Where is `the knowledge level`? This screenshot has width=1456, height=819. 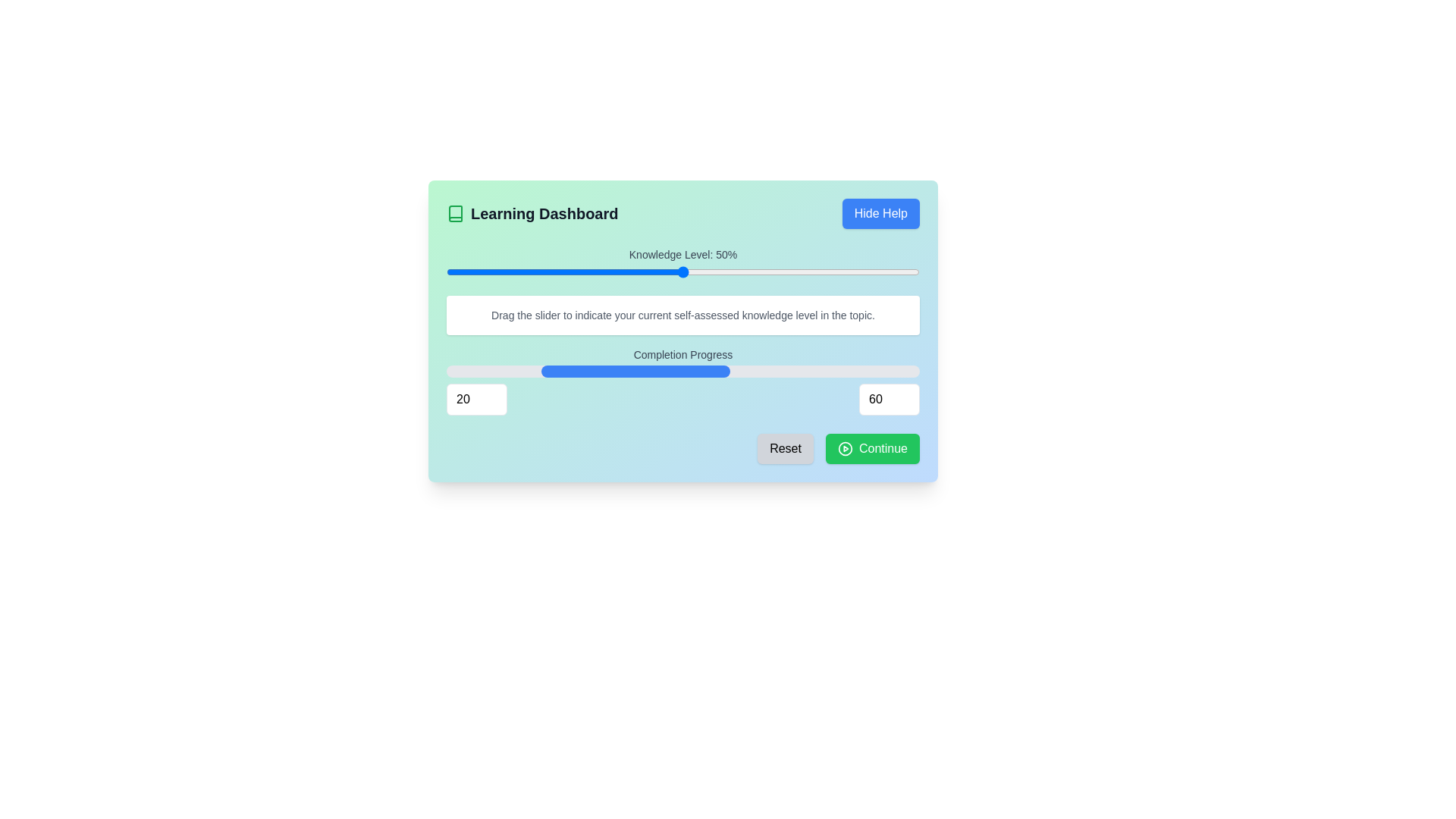 the knowledge level is located at coordinates (730, 271).